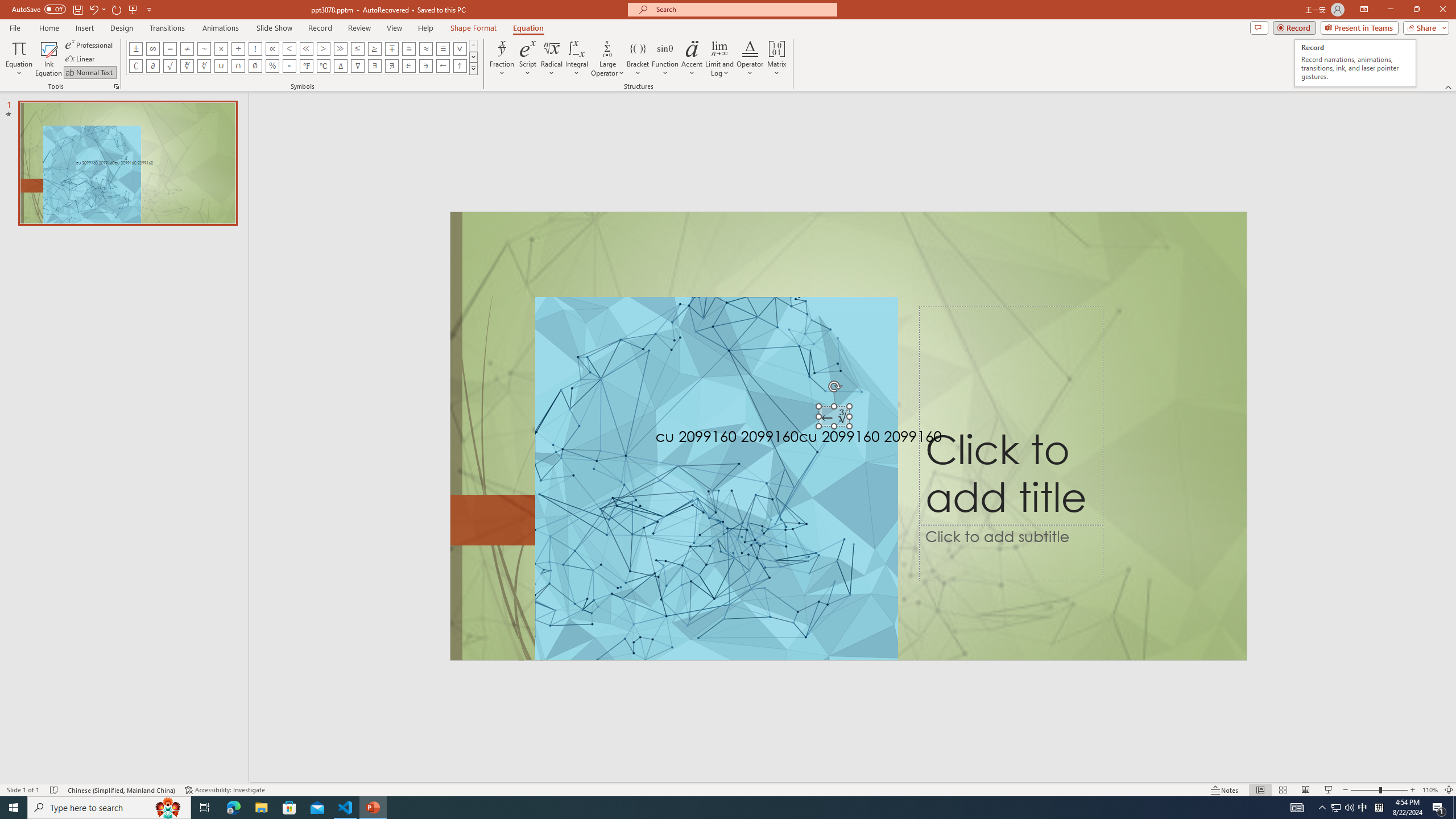 This screenshot has height=819, width=1456. I want to click on 'Equation Symbol Element Of', so click(408, 65).